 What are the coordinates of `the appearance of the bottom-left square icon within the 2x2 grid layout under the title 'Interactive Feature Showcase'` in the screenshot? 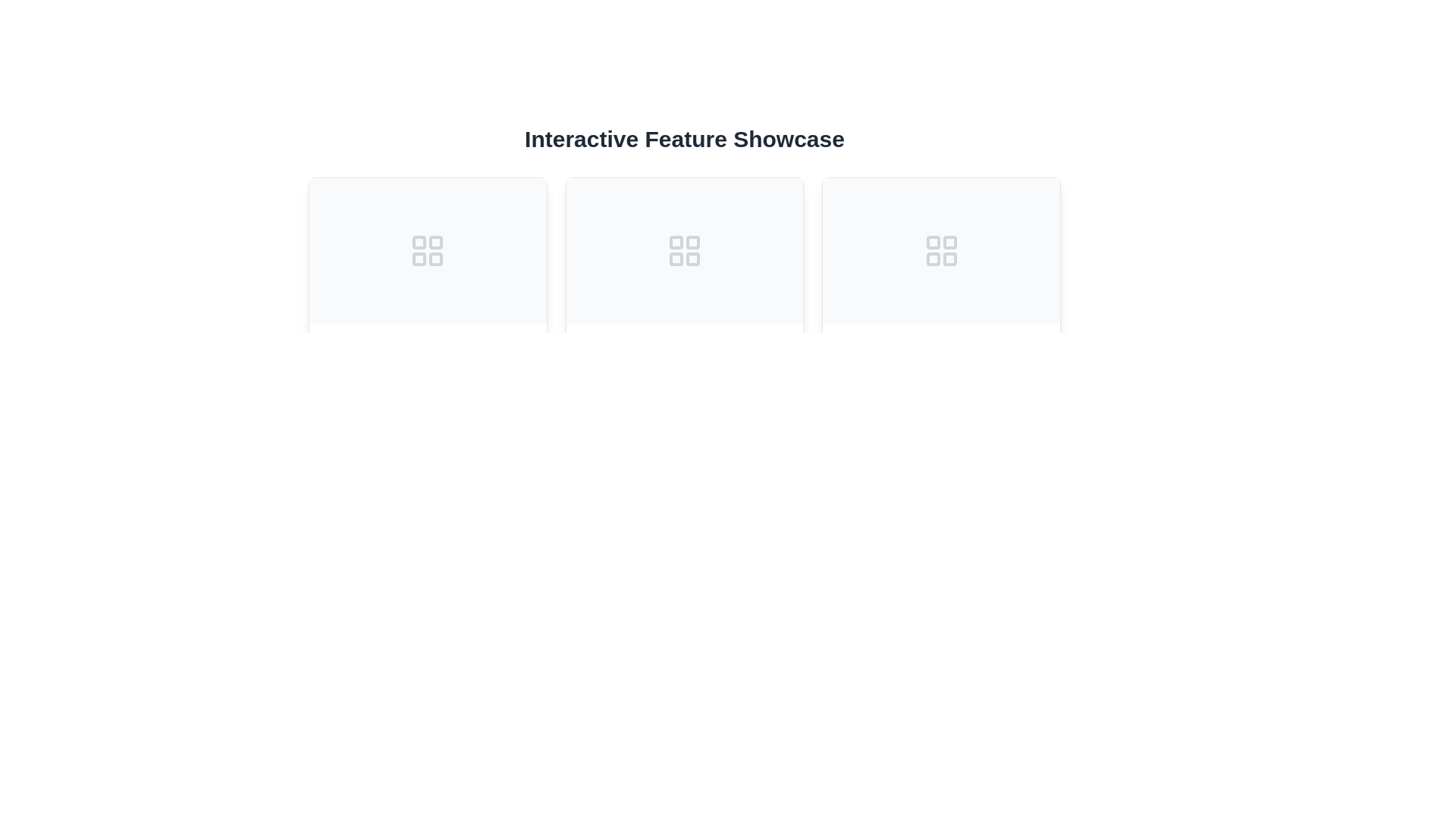 It's located at (419, 259).